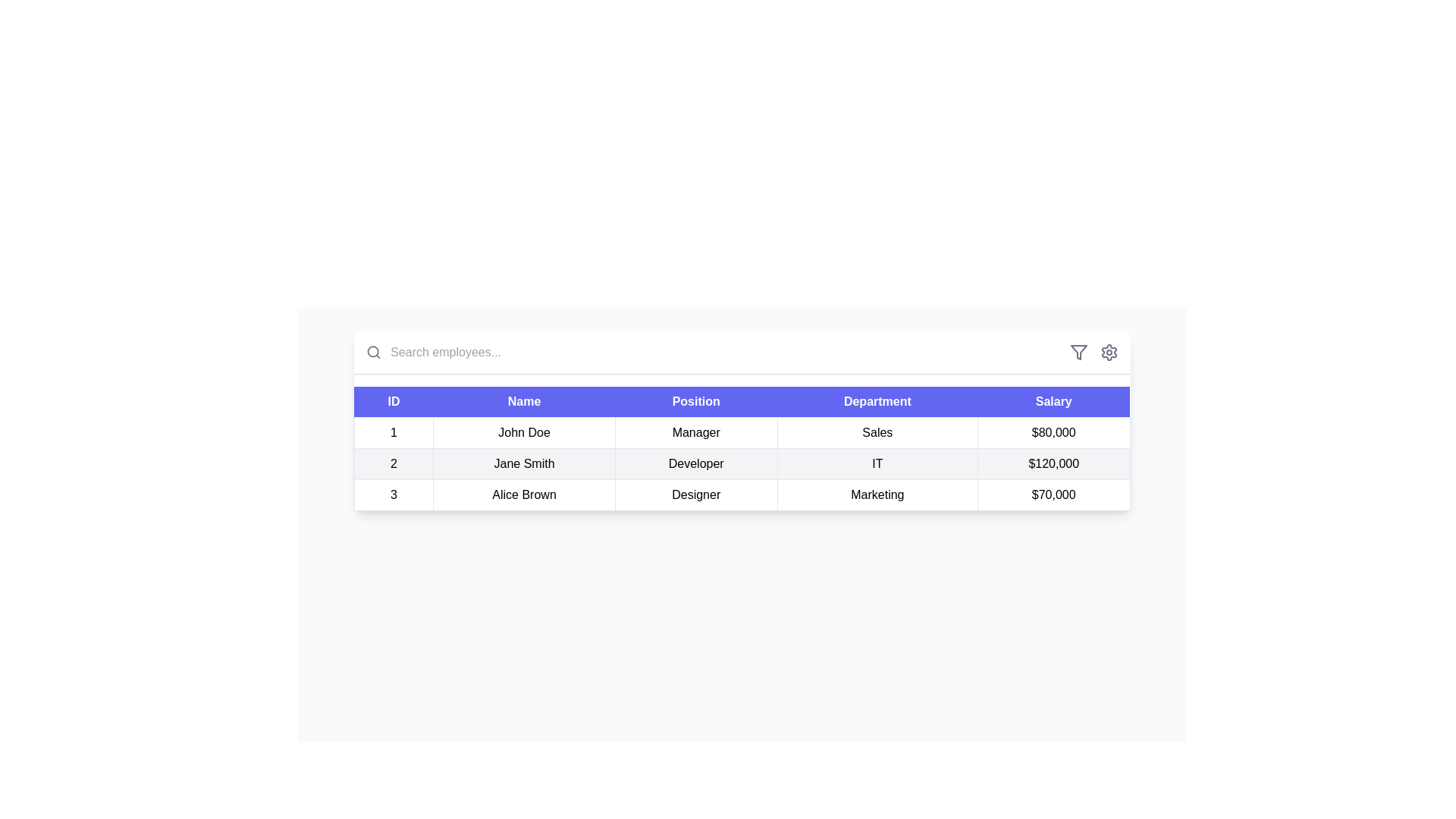  What do you see at coordinates (1053, 494) in the screenshot?
I see `salary information displayed as '$70,000' for 'Alice Brown' in the Salary column of the table` at bounding box center [1053, 494].